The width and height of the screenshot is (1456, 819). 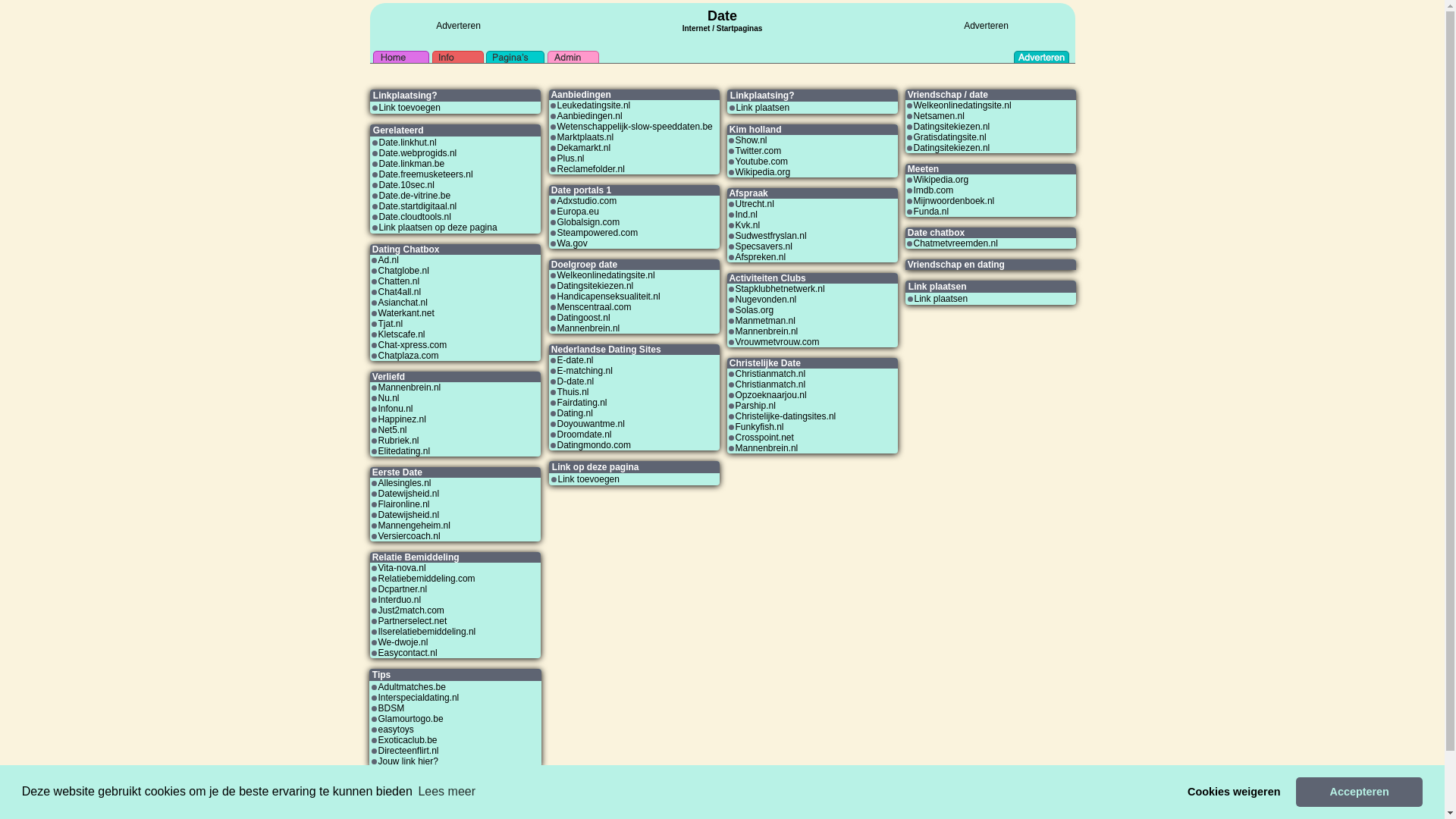 I want to click on 'Chatglobe.nl', so click(x=403, y=270).